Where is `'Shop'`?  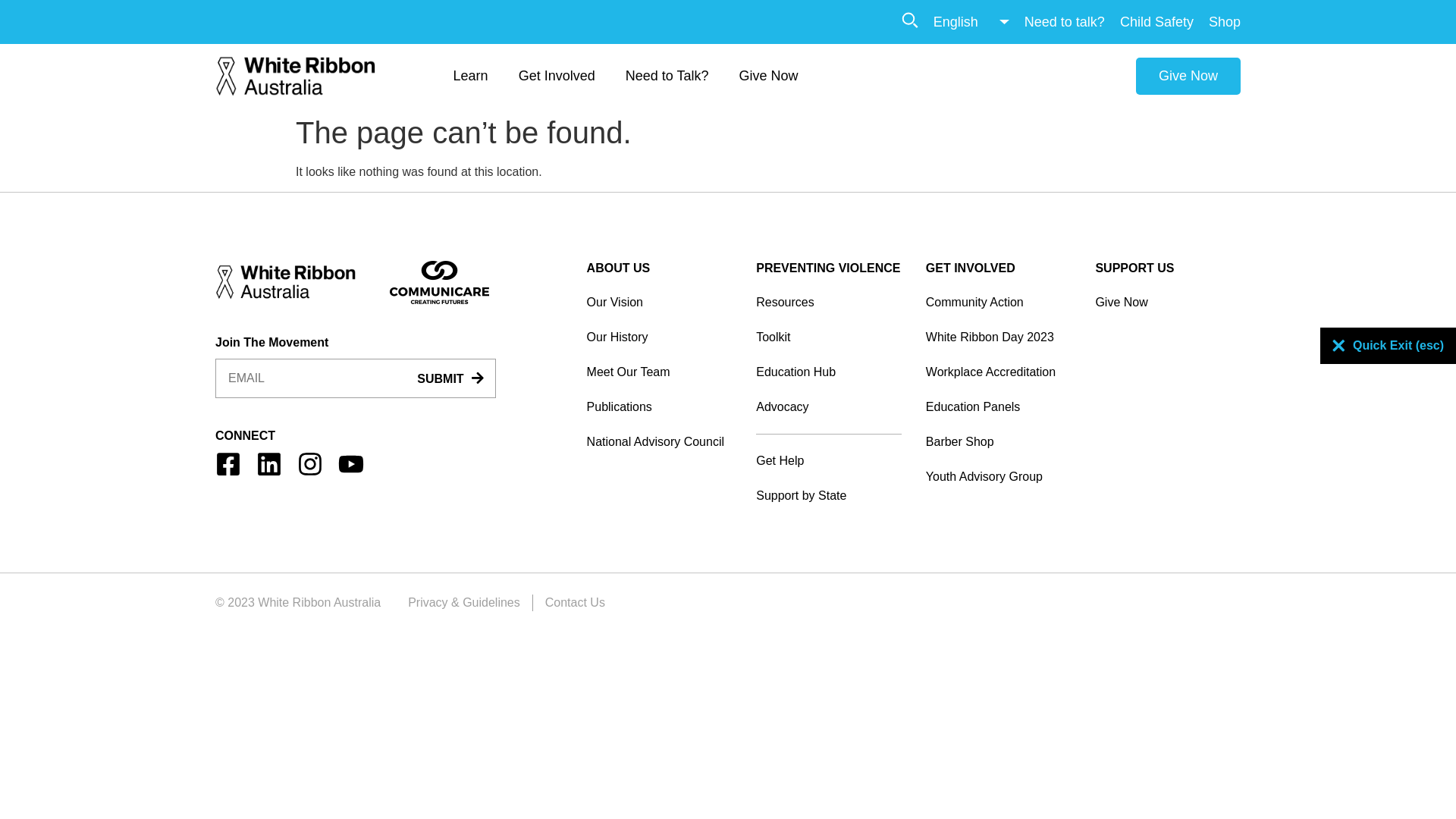
'Shop' is located at coordinates (1224, 21).